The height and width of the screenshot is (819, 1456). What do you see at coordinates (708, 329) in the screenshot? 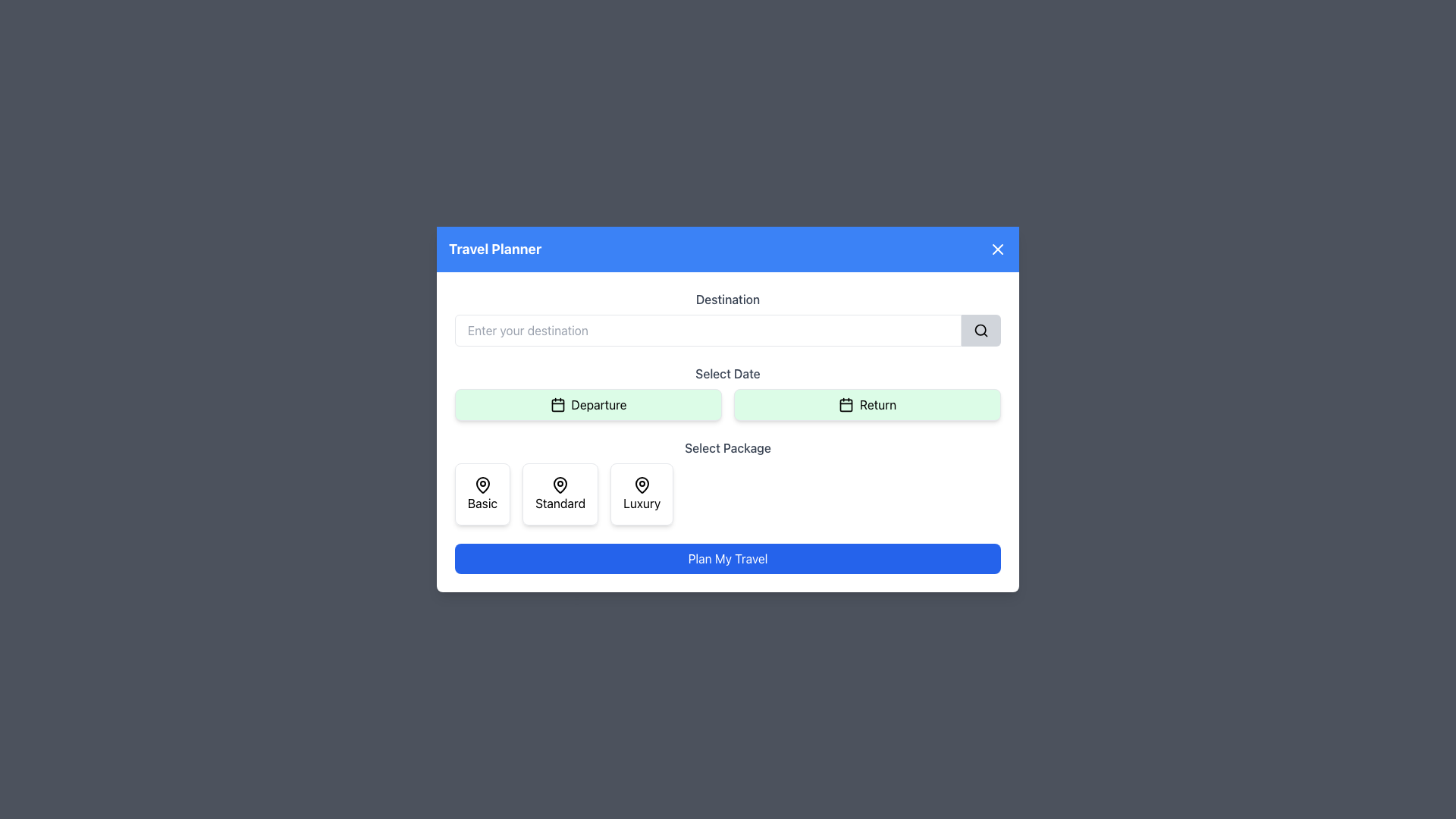
I see `the text input field labeled 'Enter your destination' by using the tab key` at bounding box center [708, 329].